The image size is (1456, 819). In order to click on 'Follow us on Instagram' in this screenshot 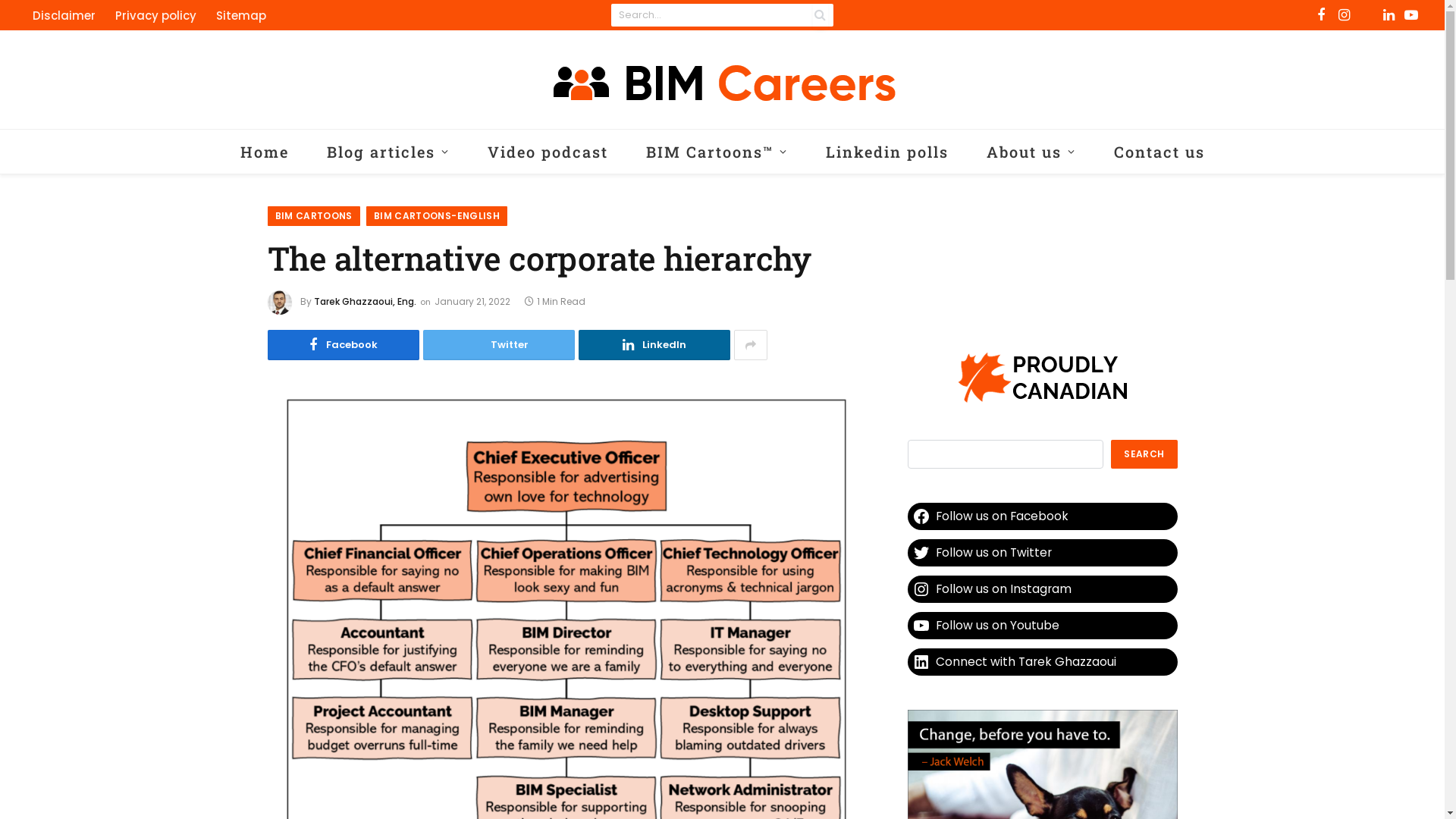, I will do `click(1040, 588)`.